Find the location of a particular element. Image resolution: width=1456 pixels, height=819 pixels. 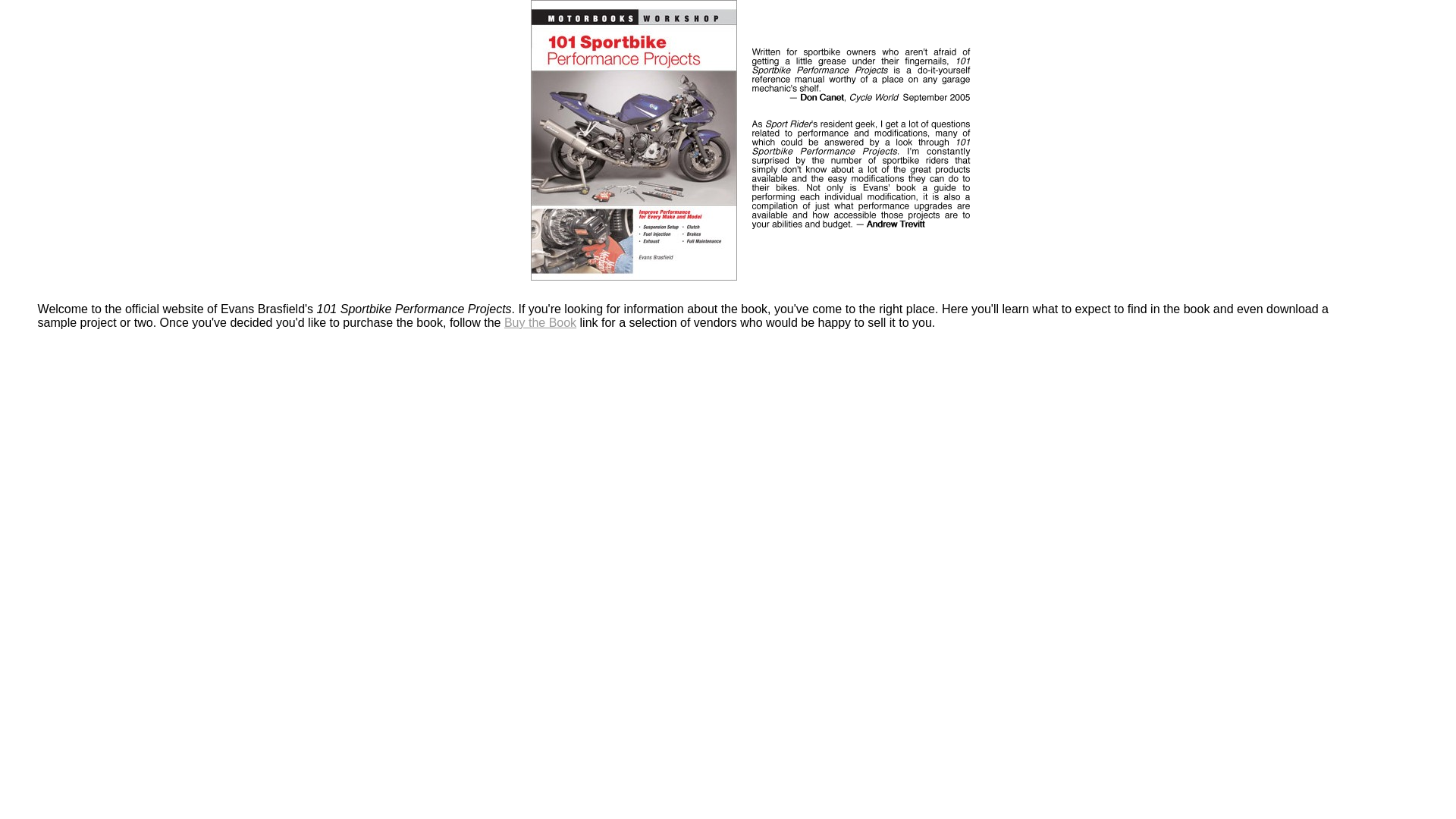

'Buy the Book' is located at coordinates (540, 322).